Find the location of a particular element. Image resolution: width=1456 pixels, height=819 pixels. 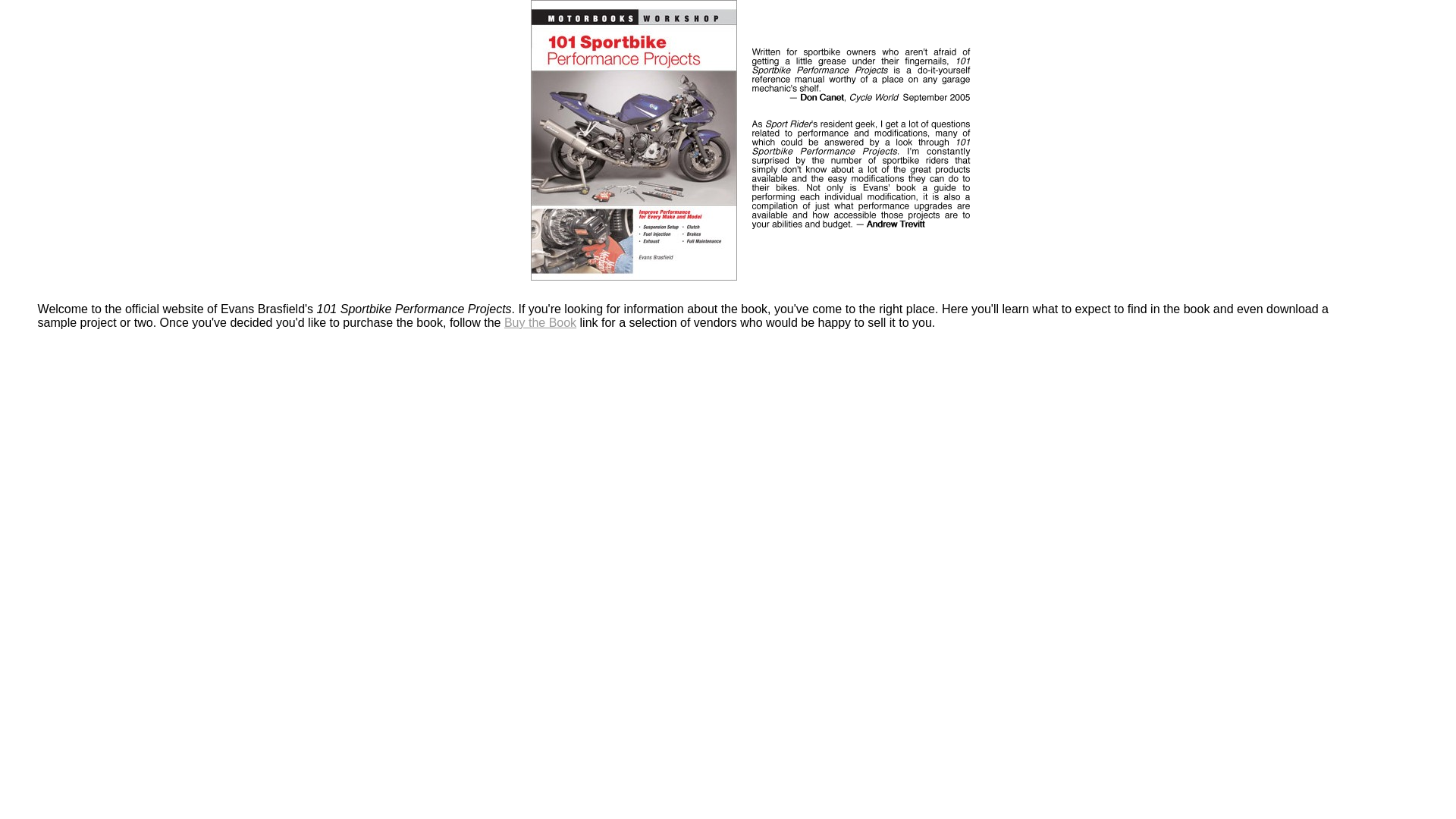

'Buy the Book' is located at coordinates (540, 322).